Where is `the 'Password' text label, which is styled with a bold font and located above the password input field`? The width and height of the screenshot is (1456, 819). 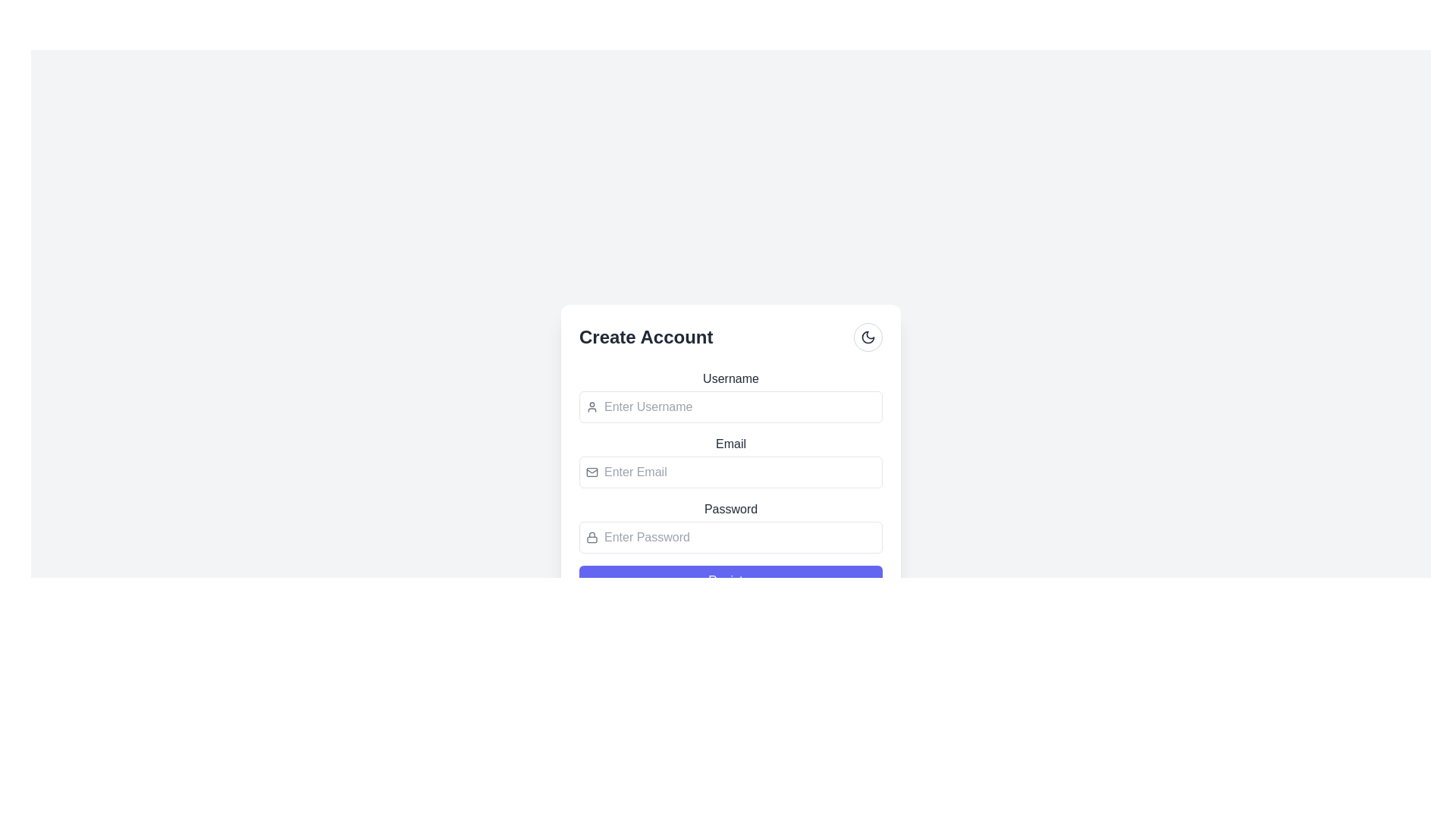 the 'Password' text label, which is styled with a bold font and located above the password input field is located at coordinates (731, 509).